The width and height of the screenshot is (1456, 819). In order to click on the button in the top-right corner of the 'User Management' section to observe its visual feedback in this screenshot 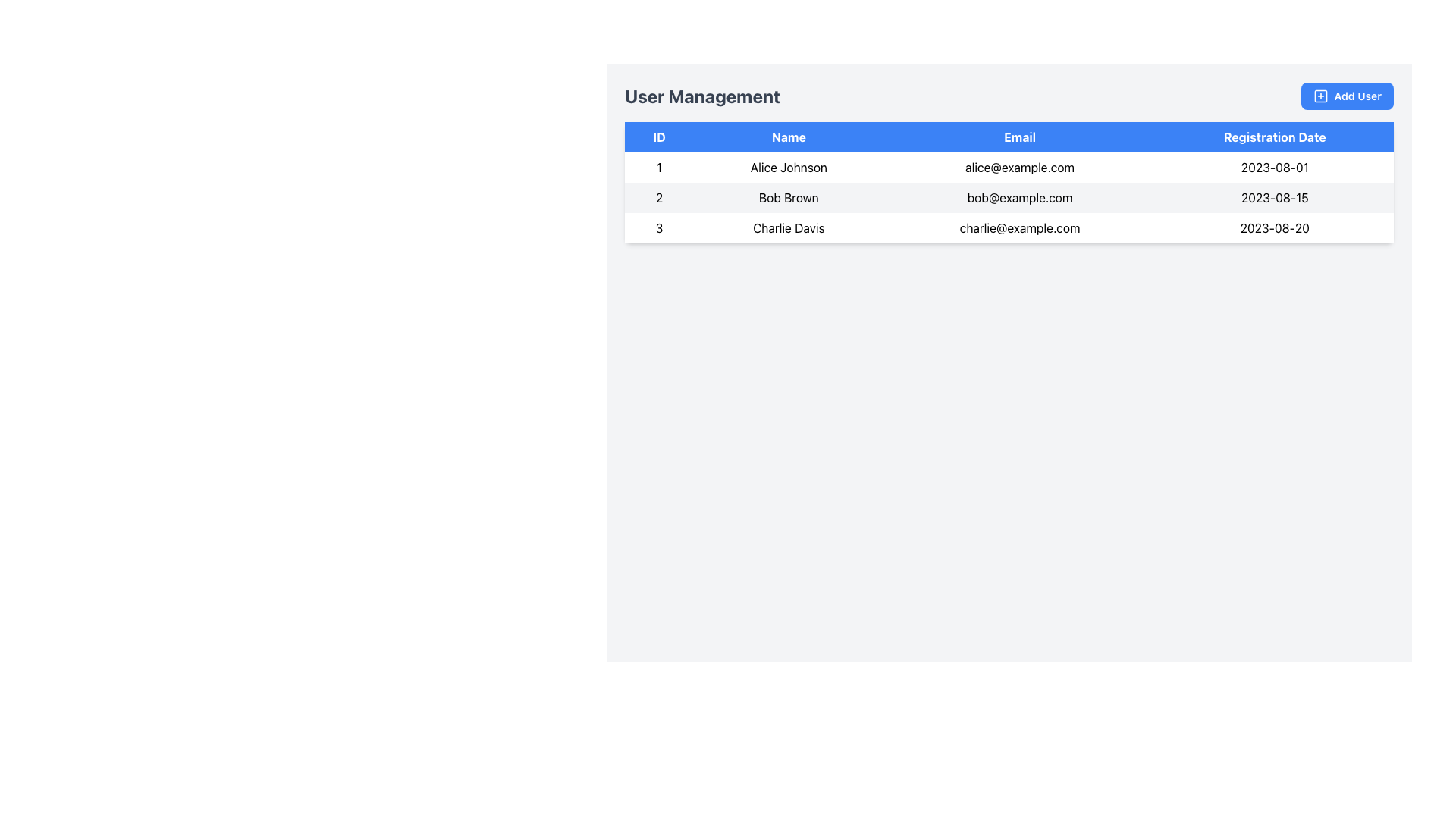, I will do `click(1347, 96)`.